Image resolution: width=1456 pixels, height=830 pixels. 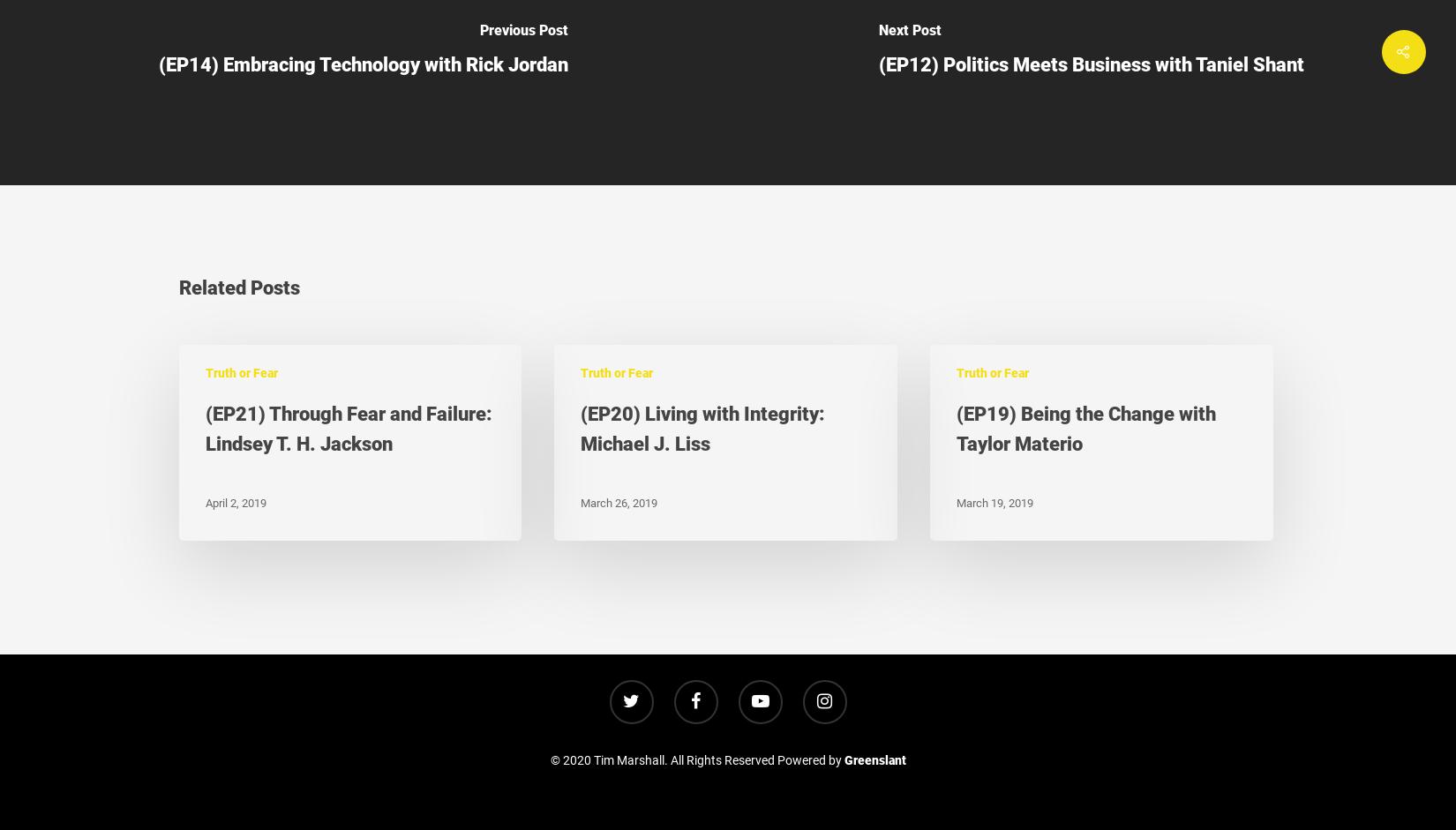 What do you see at coordinates (238, 286) in the screenshot?
I see `'Related Posts'` at bounding box center [238, 286].